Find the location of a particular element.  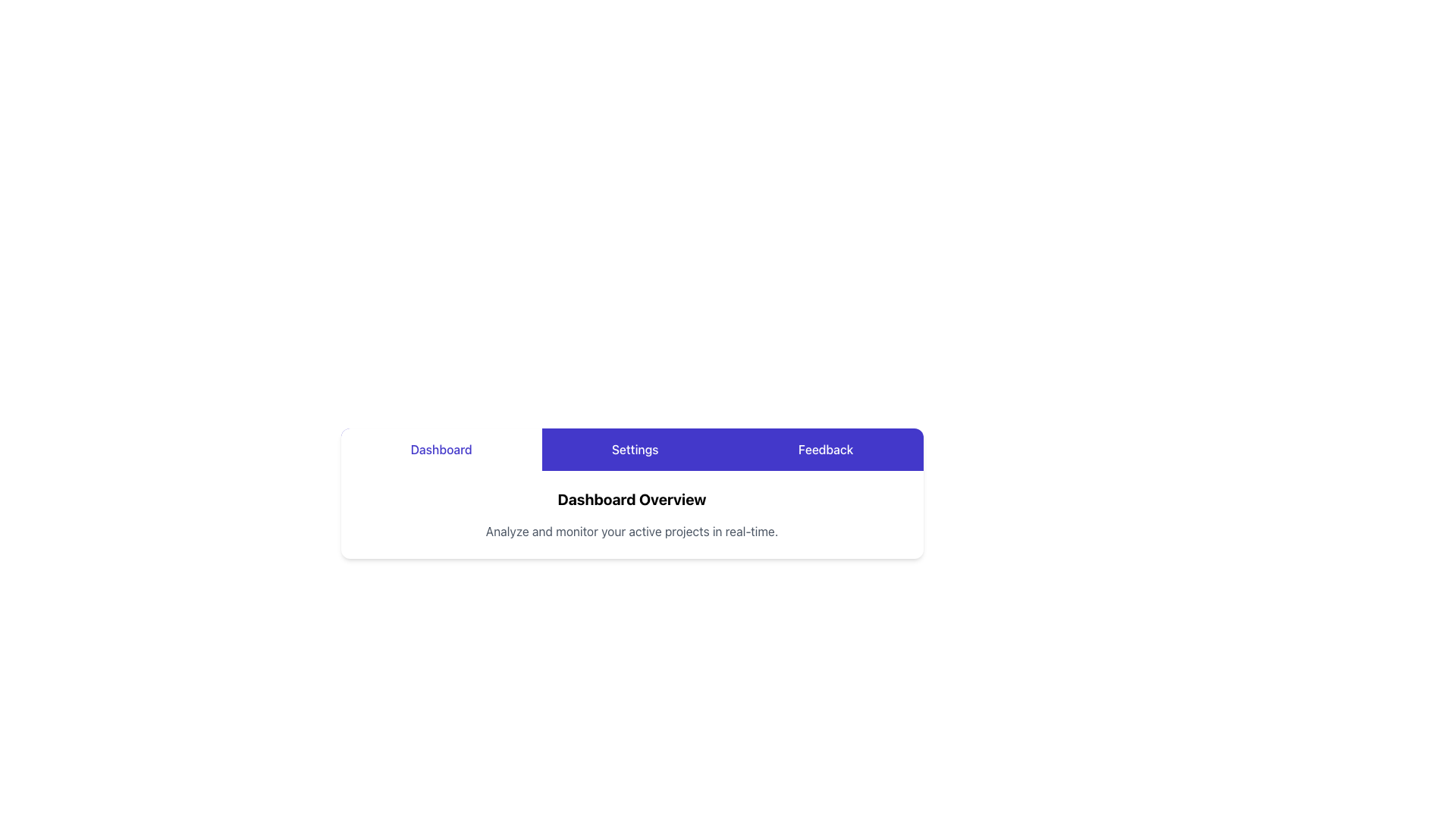

title 'Dashboard Overview' and subtitle 'Analyze and monitor your active projects in real-time.' from the Textual Information Block, which is prominently displayed in a white card below the navigation bar is located at coordinates (632, 513).